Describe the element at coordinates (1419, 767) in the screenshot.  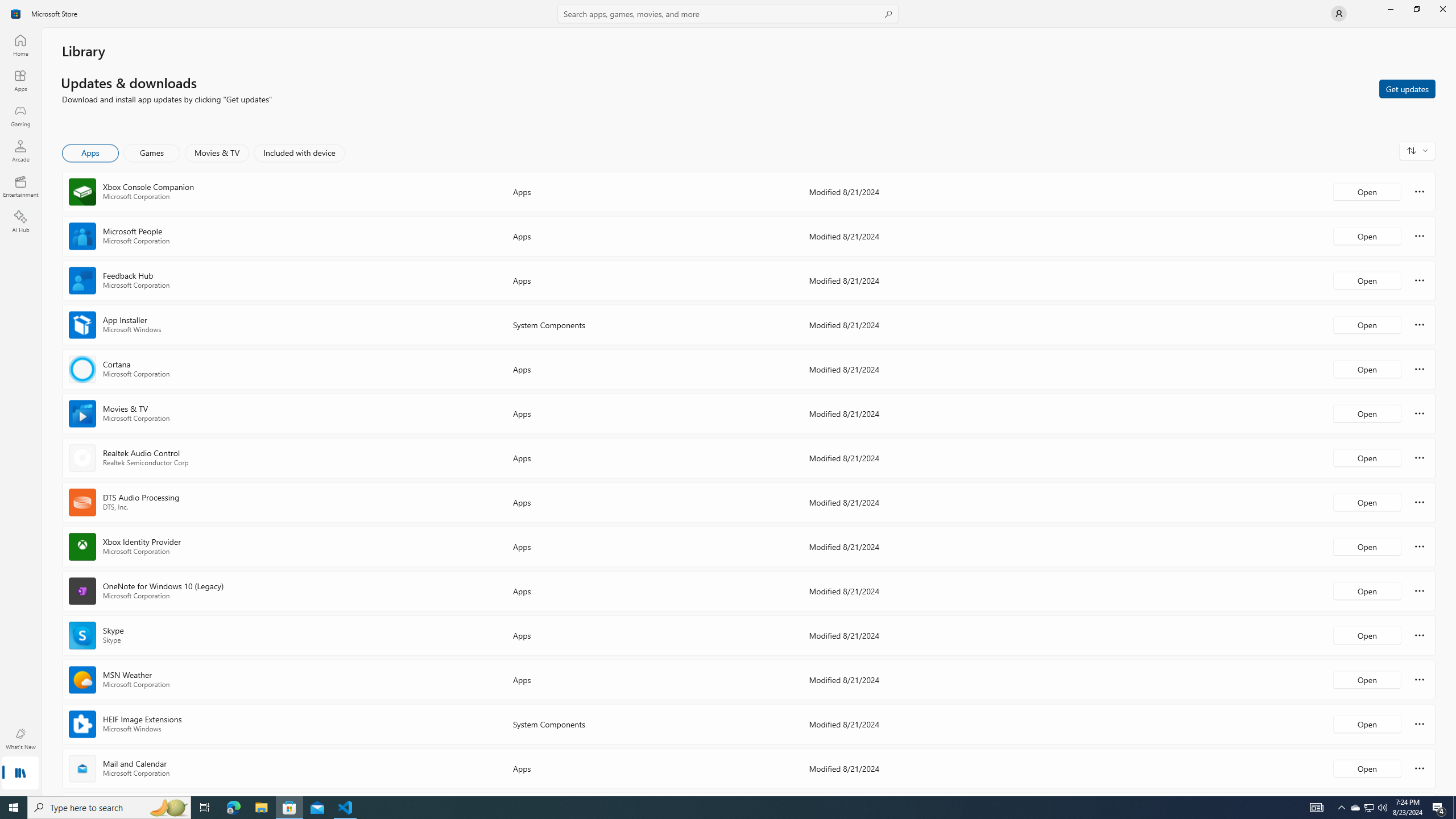
I see `'More options'` at that location.